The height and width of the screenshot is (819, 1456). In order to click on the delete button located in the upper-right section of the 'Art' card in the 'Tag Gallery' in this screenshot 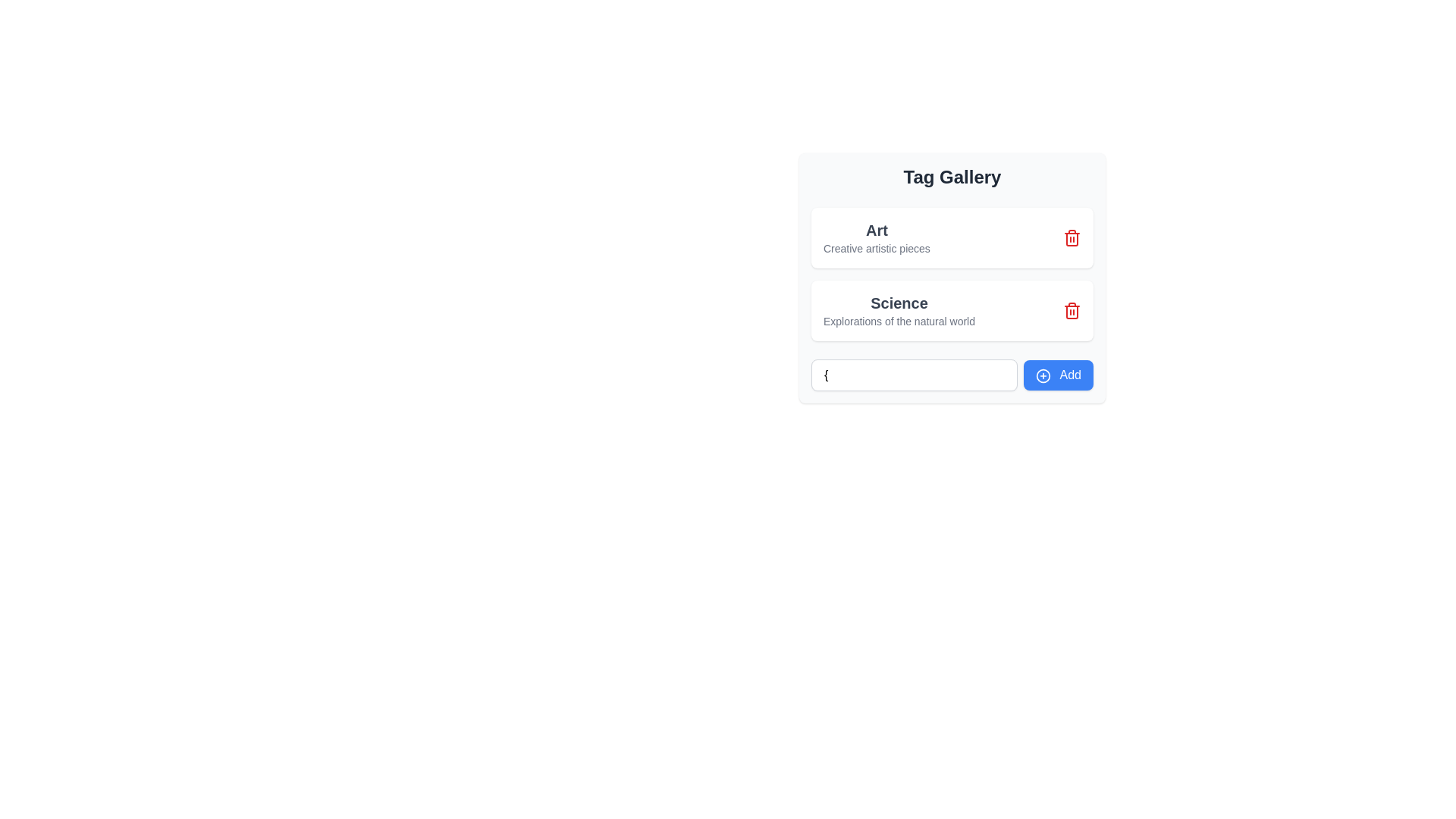, I will do `click(1072, 237)`.